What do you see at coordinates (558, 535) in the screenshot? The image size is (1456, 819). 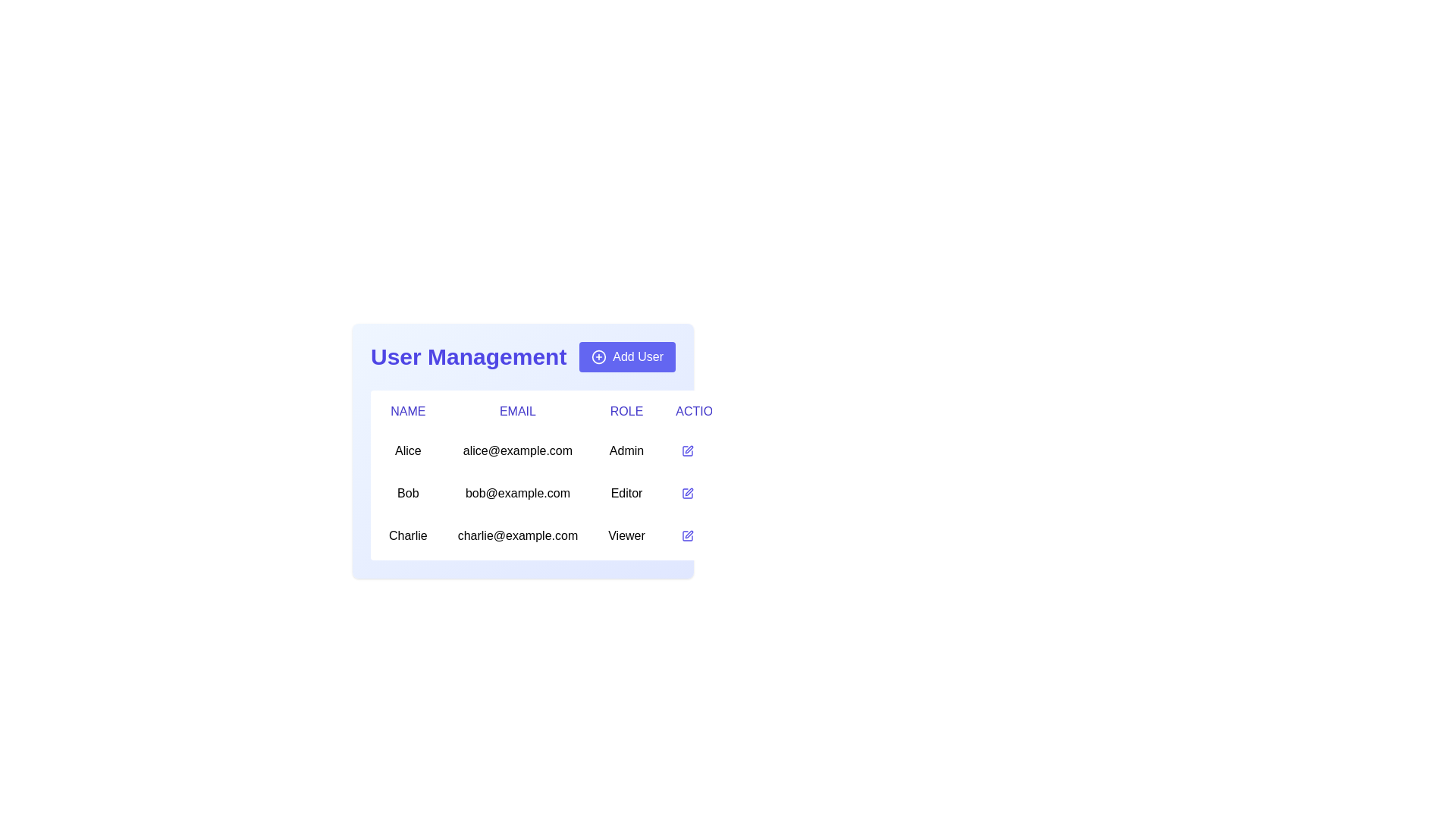 I see `the pencil icon at the end of the user management table row corresponding to user Charlie` at bounding box center [558, 535].